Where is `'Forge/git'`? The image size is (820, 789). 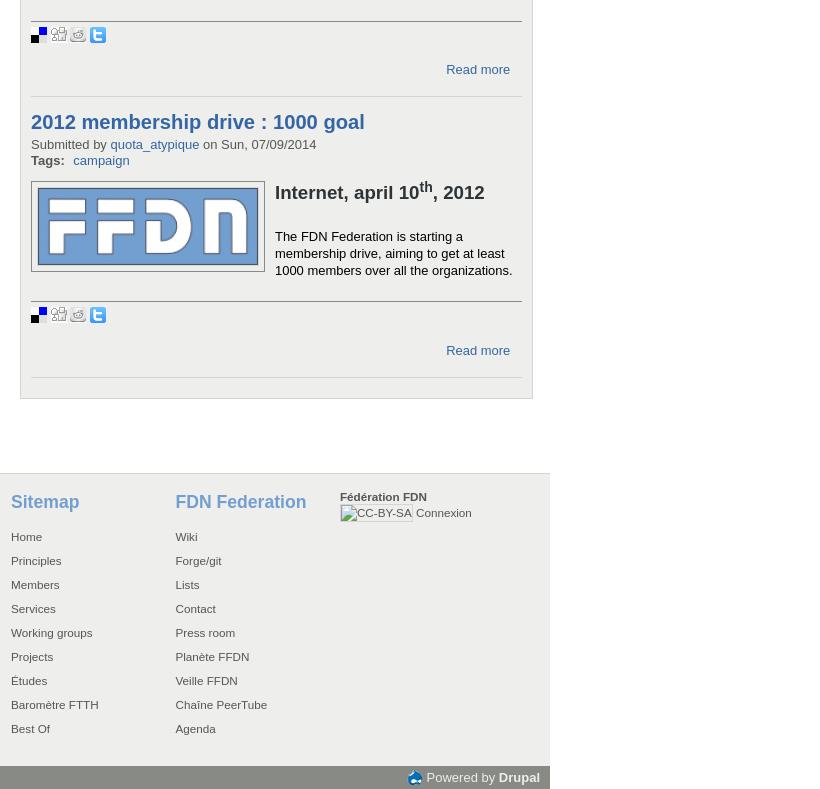 'Forge/git' is located at coordinates (174, 559).